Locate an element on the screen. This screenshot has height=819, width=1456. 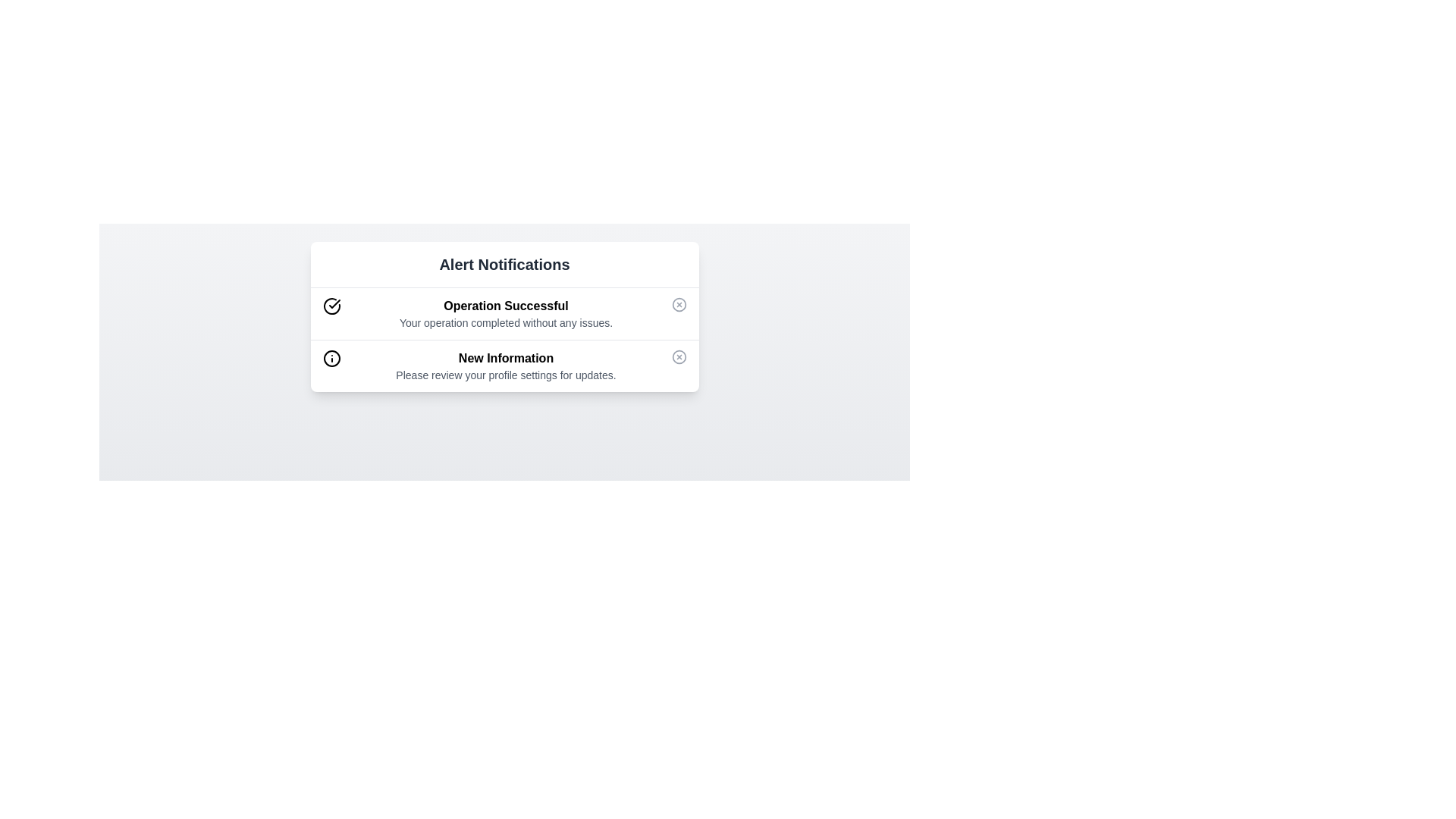
message from the Notification item that contains the bold text 'New Information' and the smaller gray text below it is located at coordinates (504, 366).